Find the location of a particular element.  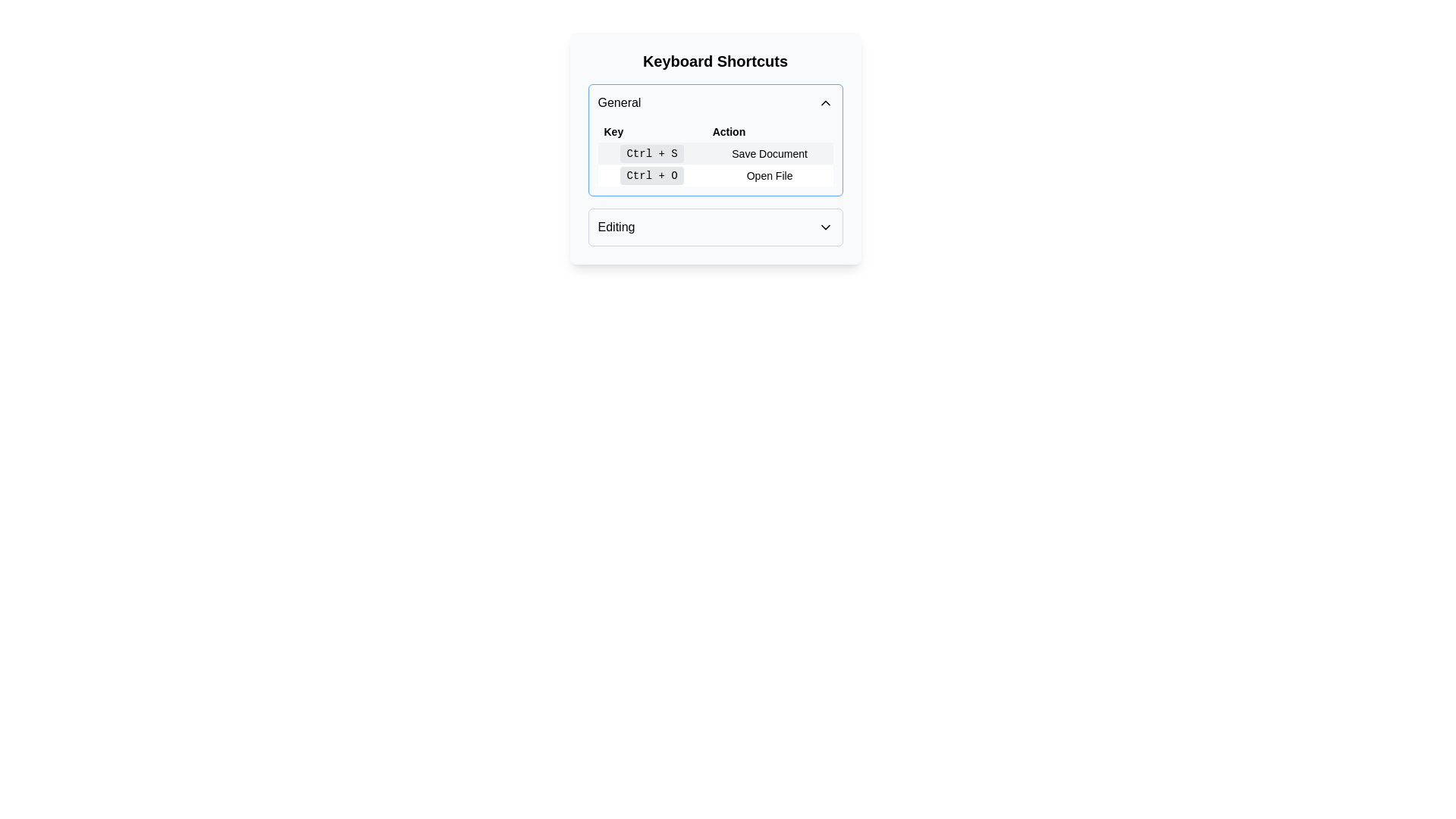

the Text Label representing the keyboard shortcut binding for the 'Open File' action, which is the second item in the 'Key' column under the 'General' group in the 'Keyboard Shortcuts' section is located at coordinates (652, 174).